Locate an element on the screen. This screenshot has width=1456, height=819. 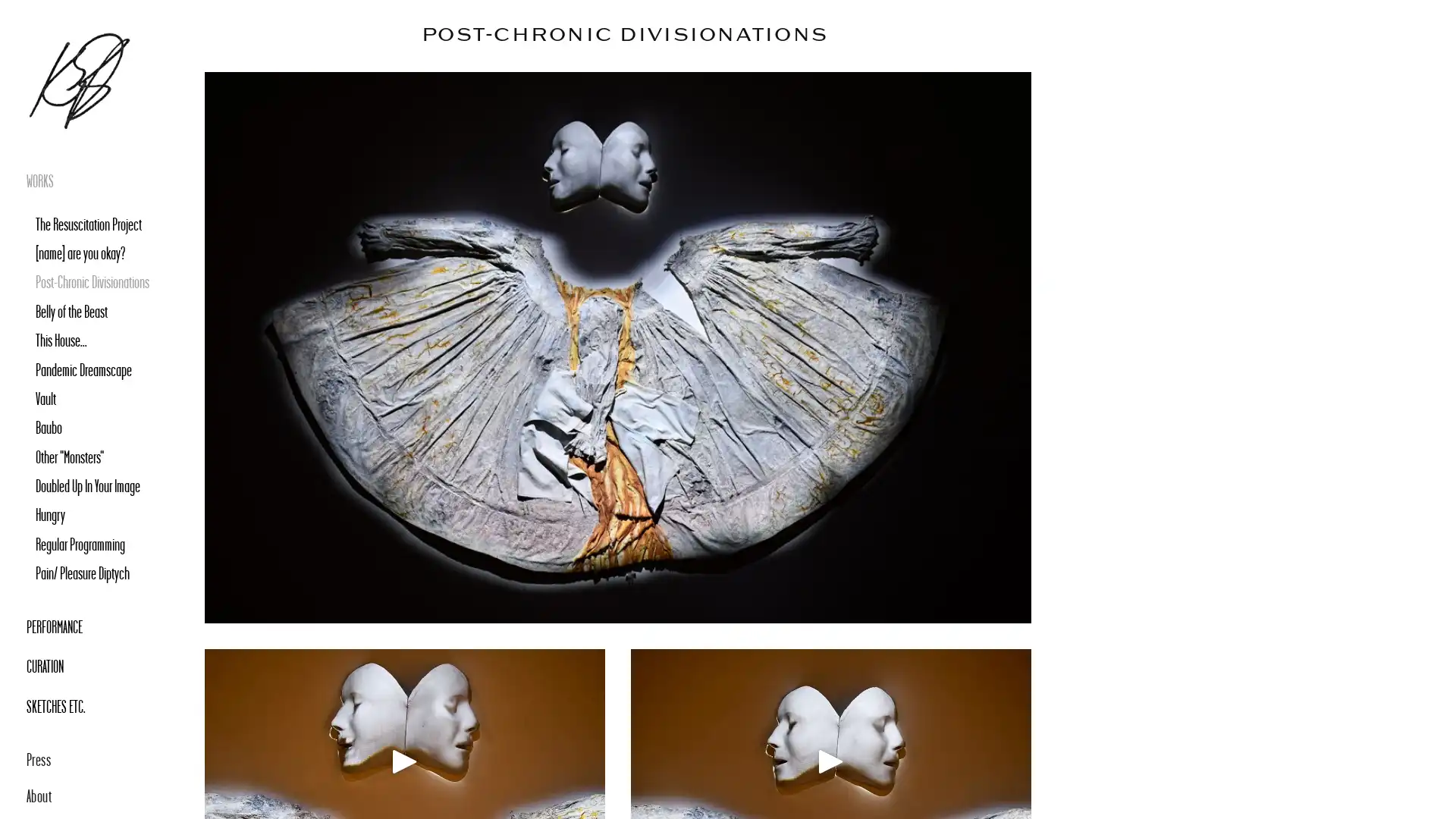
Play is located at coordinates (404, 761).